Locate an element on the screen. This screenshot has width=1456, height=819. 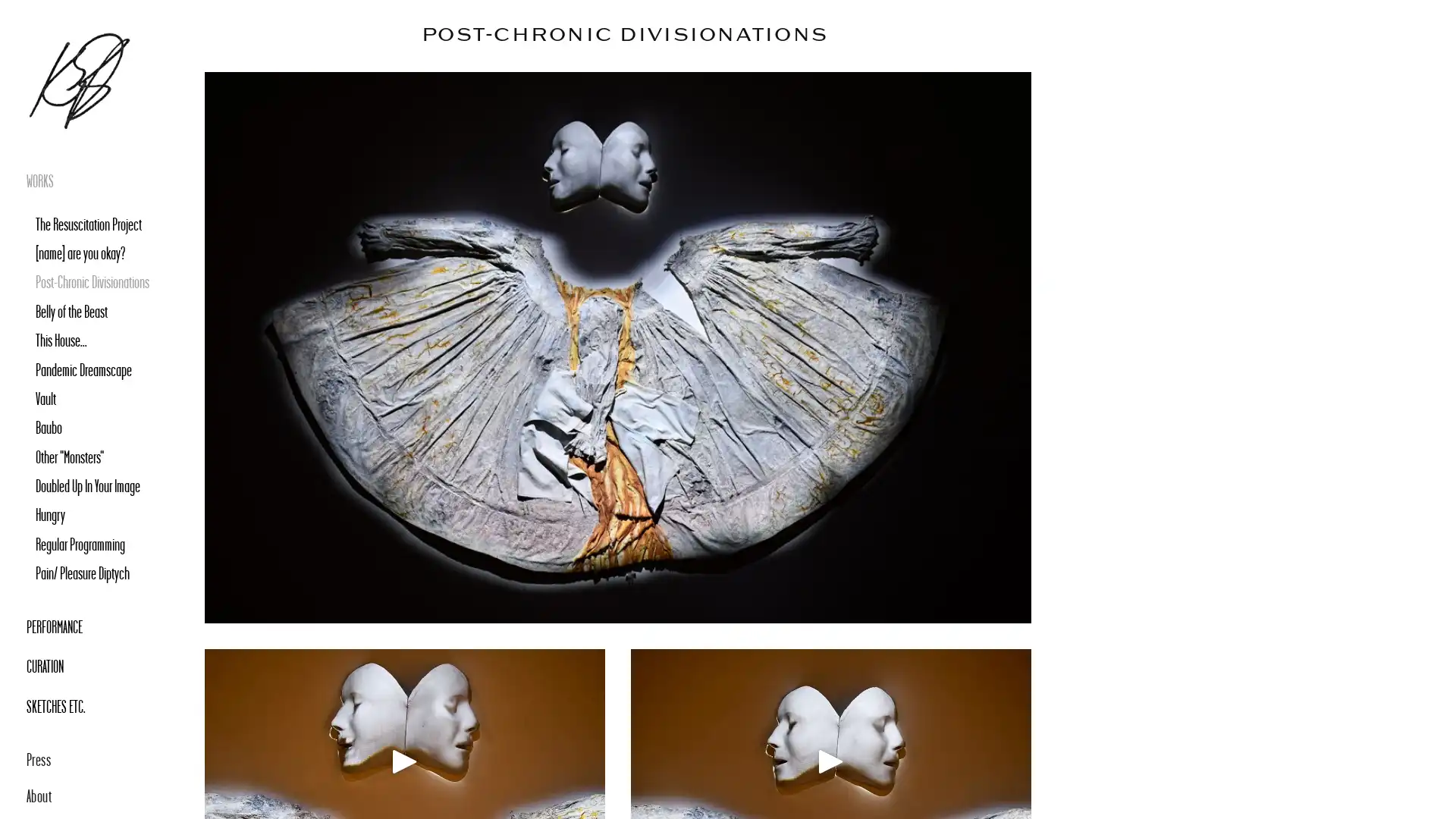
Play is located at coordinates (404, 761).